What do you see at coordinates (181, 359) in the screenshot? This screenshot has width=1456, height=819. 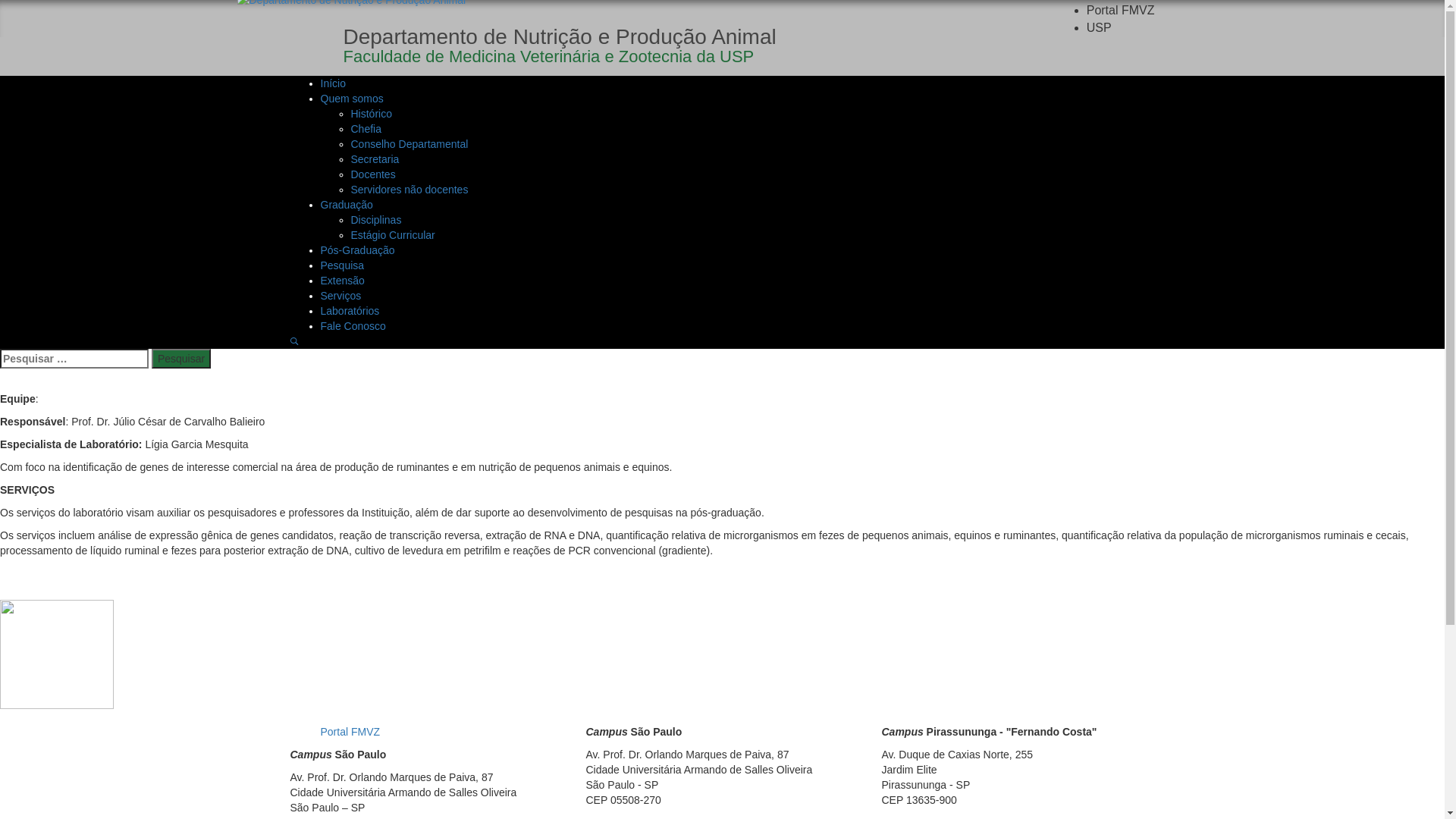 I see `'Pesquisar'` at bounding box center [181, 359].